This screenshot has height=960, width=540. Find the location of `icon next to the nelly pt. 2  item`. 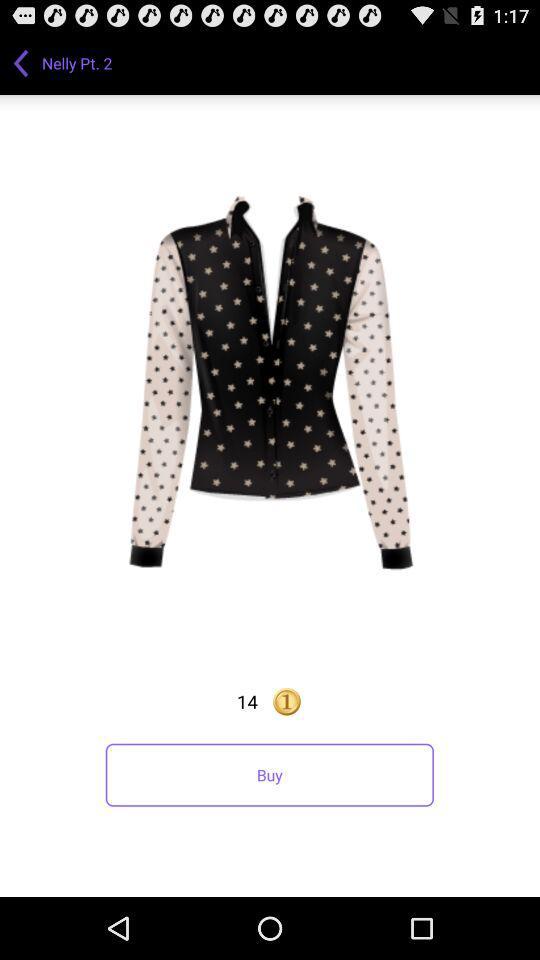

icon next to the nelly pt. 2  item is located at coordinates (20, 62).